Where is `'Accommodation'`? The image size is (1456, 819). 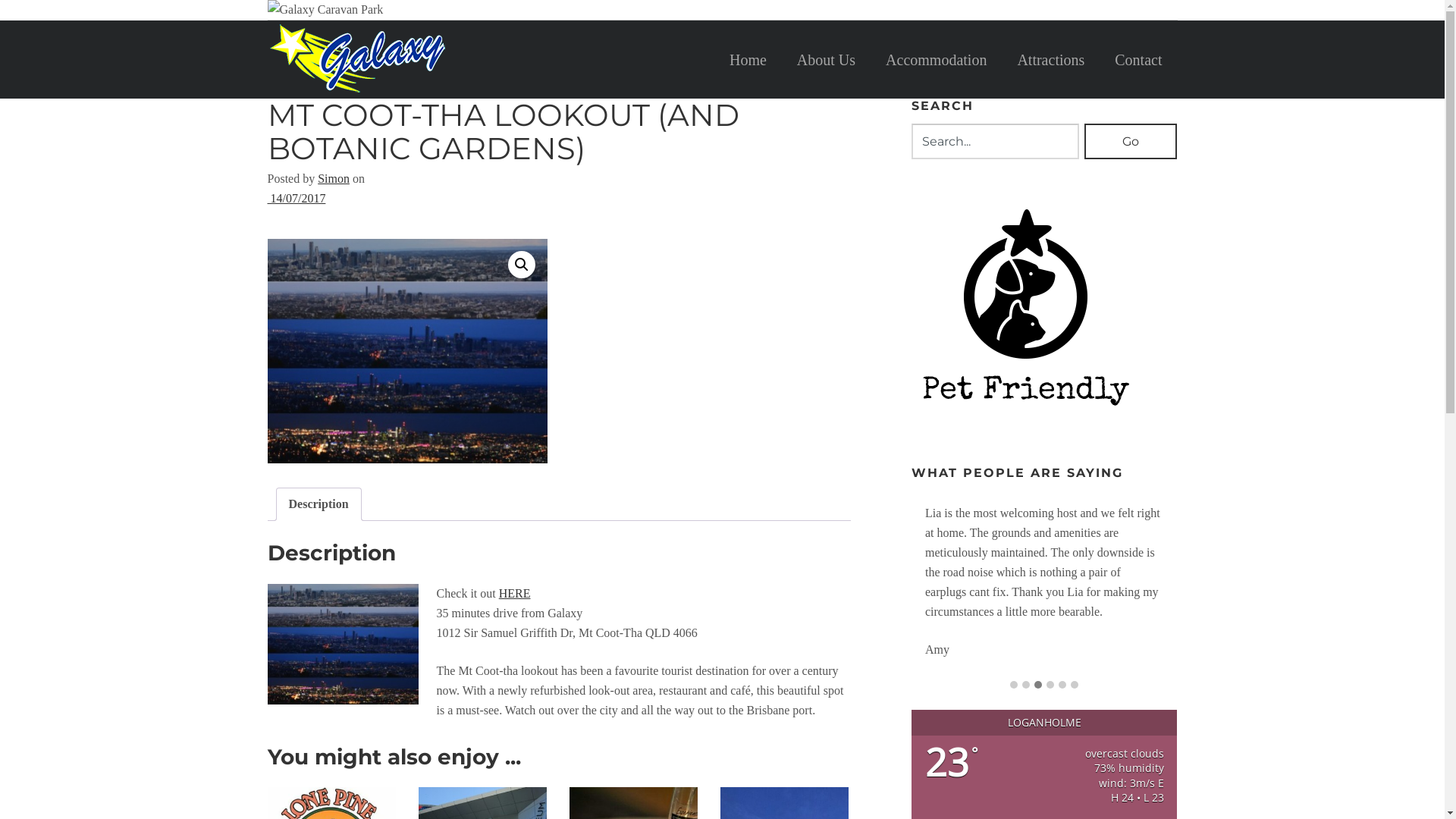 'Accommodation' is located at coordinates (935, 58).